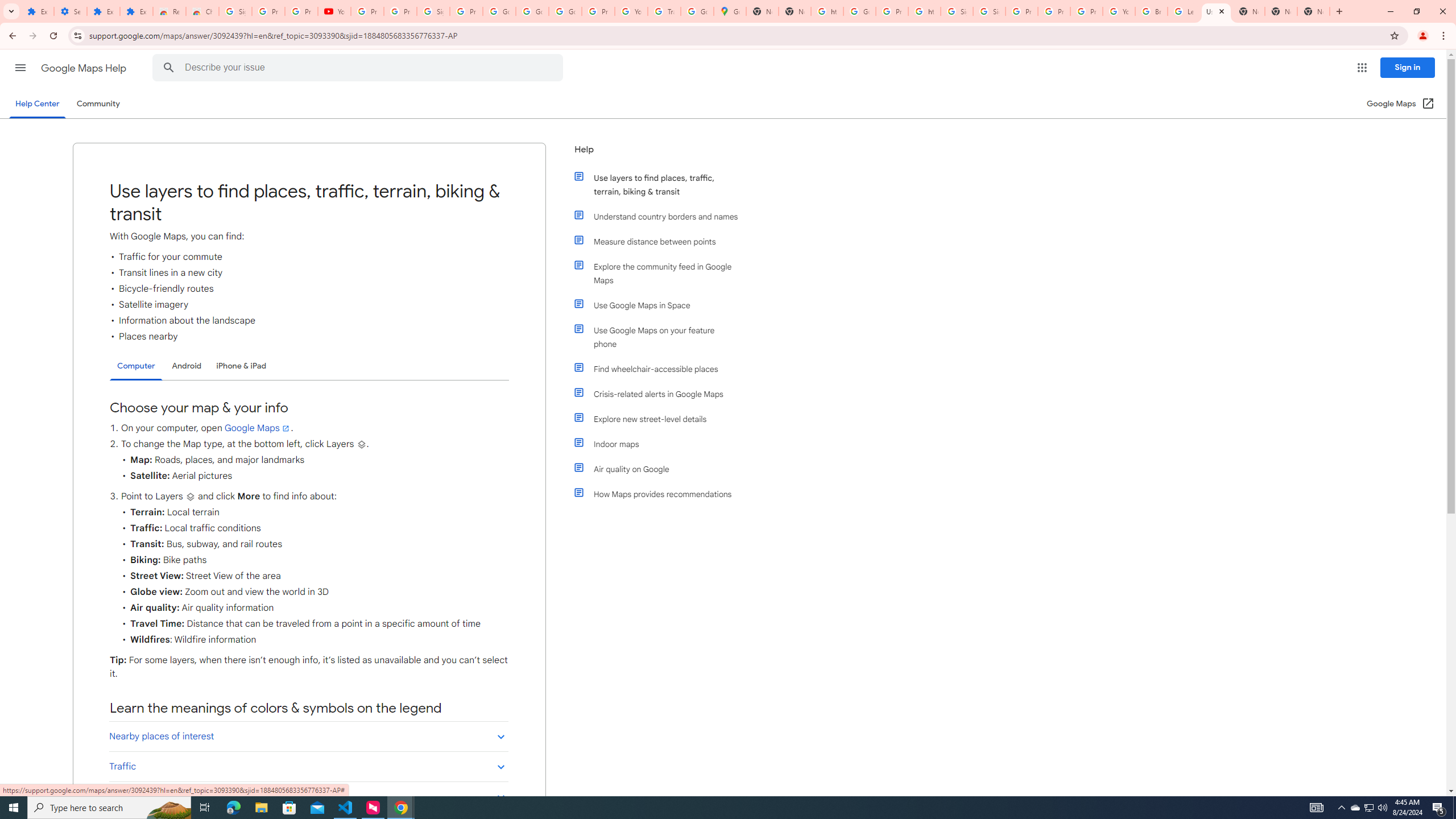 The height and width of the screenshot is (819, 1456). Describe the element at coordinates (359, 67) in the screenshot. I see `'Describe your issue'` at that location.